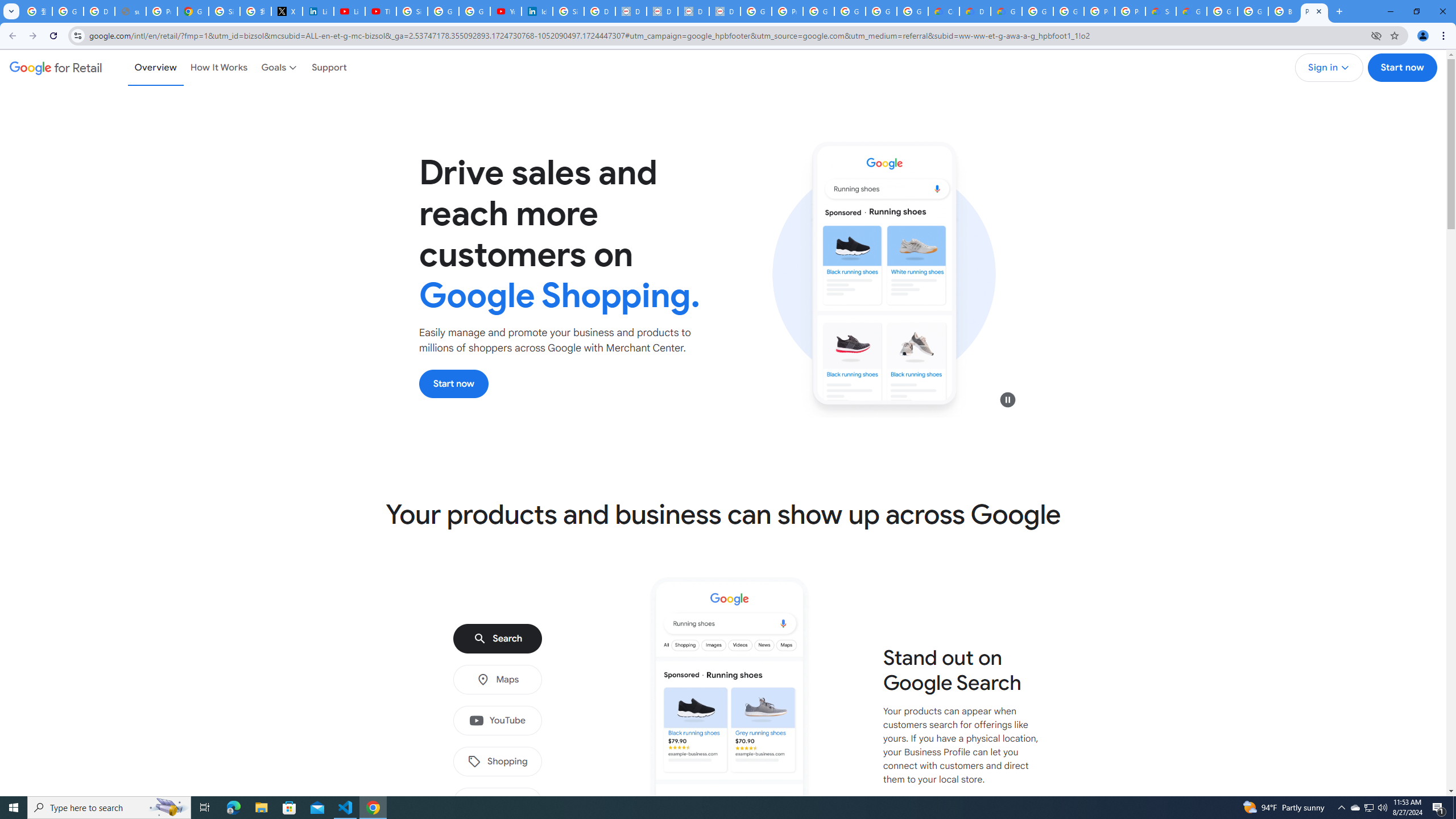 The width and height of the screenshot is (1456, 819). Describe the element at coordinates (454, 383) in the screenshot. I see `'Start now'` at that location.